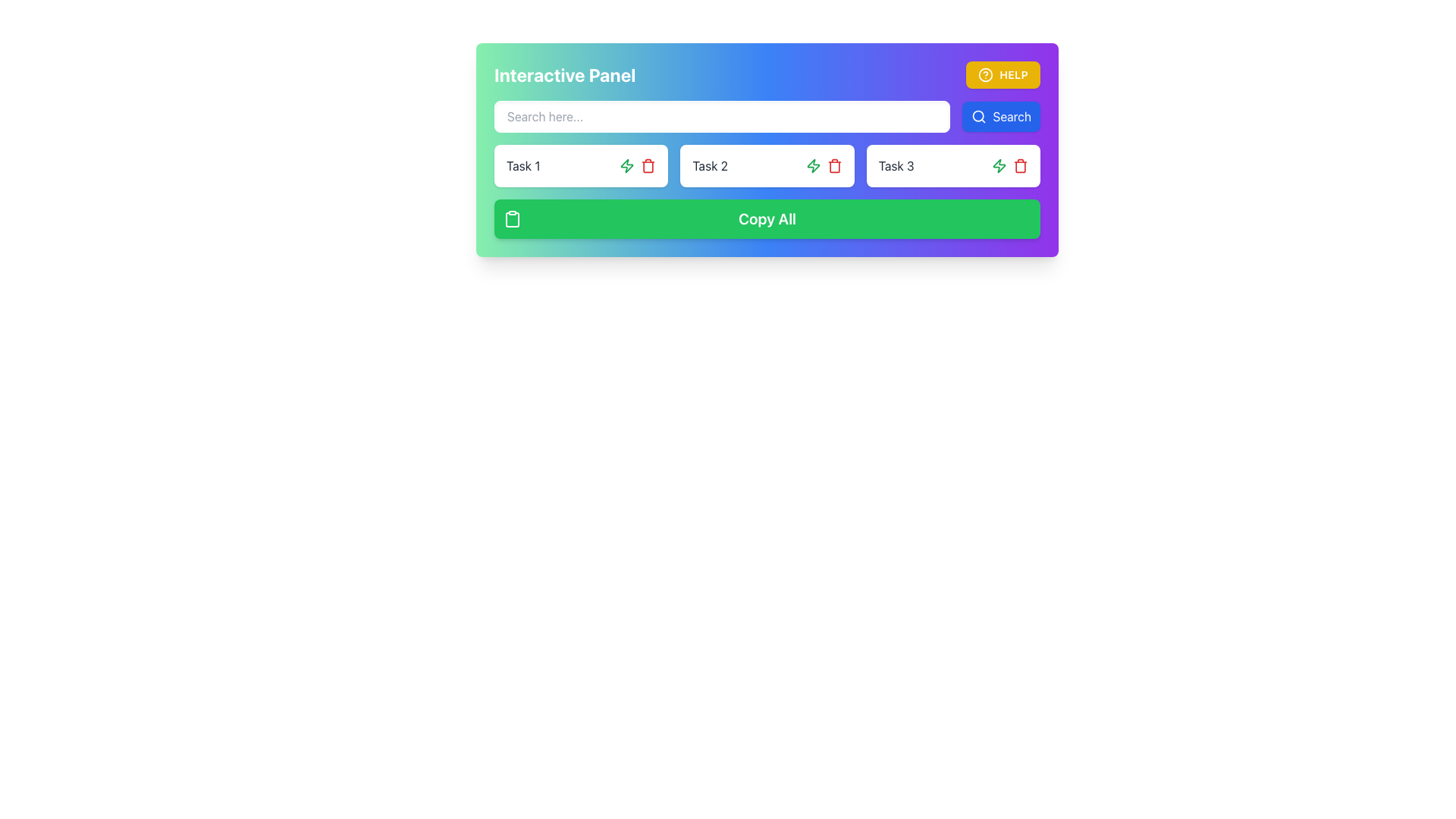 This screenshot has height=819, width=1456. What do you see at coordinates (812, 166) in the screenshot?
I see `the lightning bolt icon, which is green and located to the right of the 'Task 1' label` at bounding box center [812, 166].